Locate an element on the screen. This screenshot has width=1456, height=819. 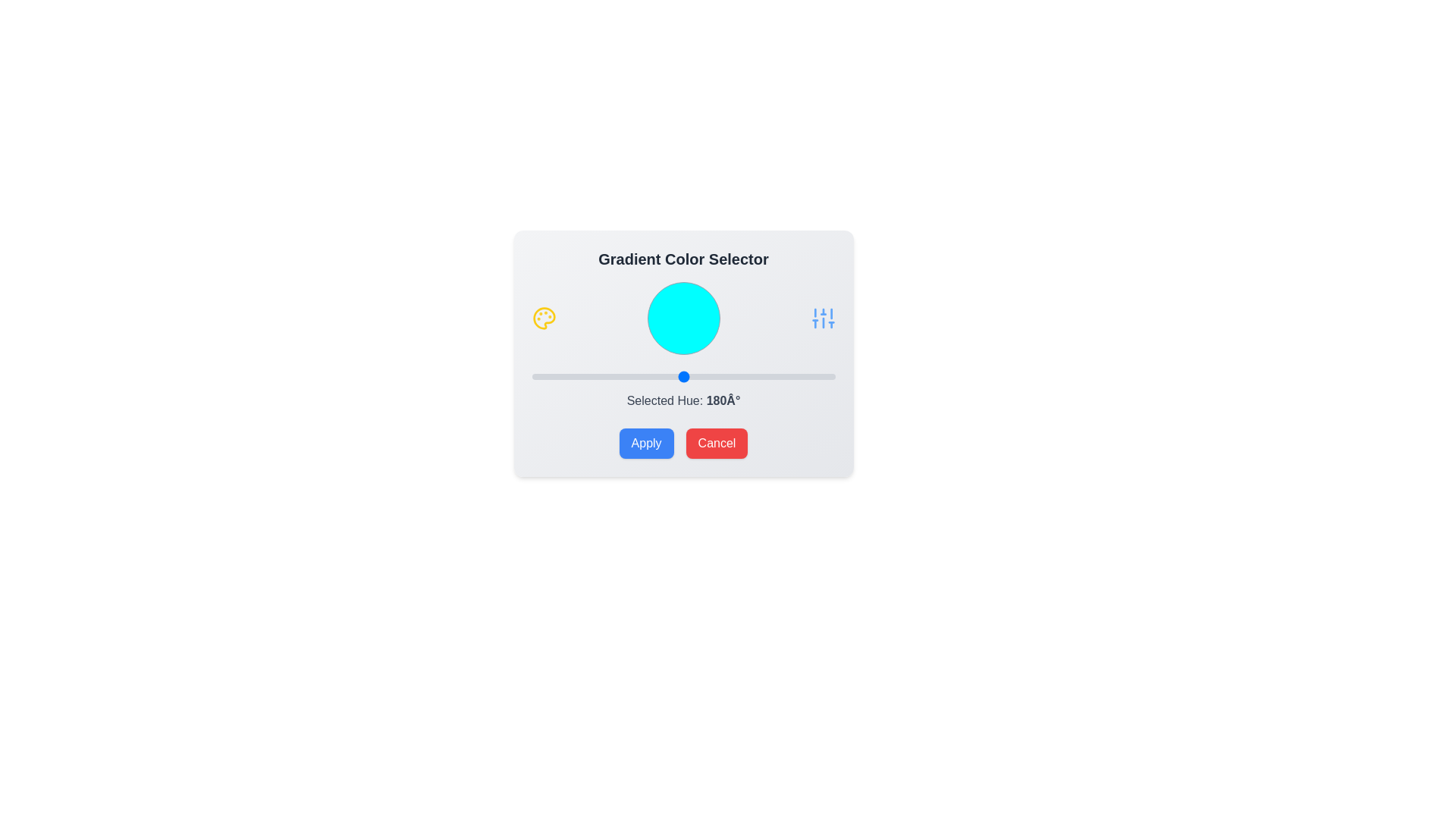
the slider to set the hue value to 261° is located at coordinates (752, 376).